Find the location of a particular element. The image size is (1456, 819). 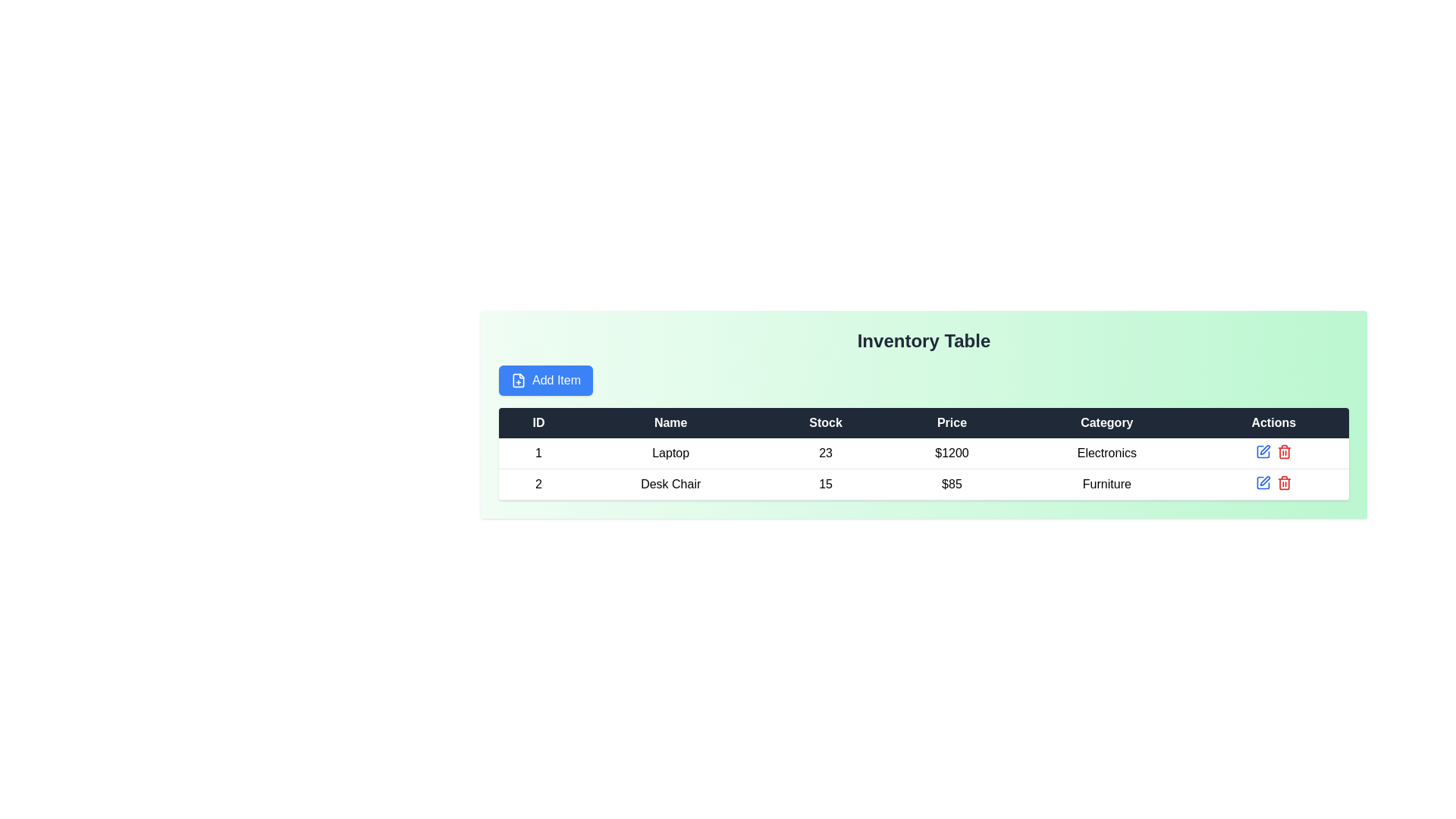

the second row of the inventory table containing the data items for 'Desk Chair', including ID, Name, Stock, Price, Category, and Actions is located at coordinates (923, 468).